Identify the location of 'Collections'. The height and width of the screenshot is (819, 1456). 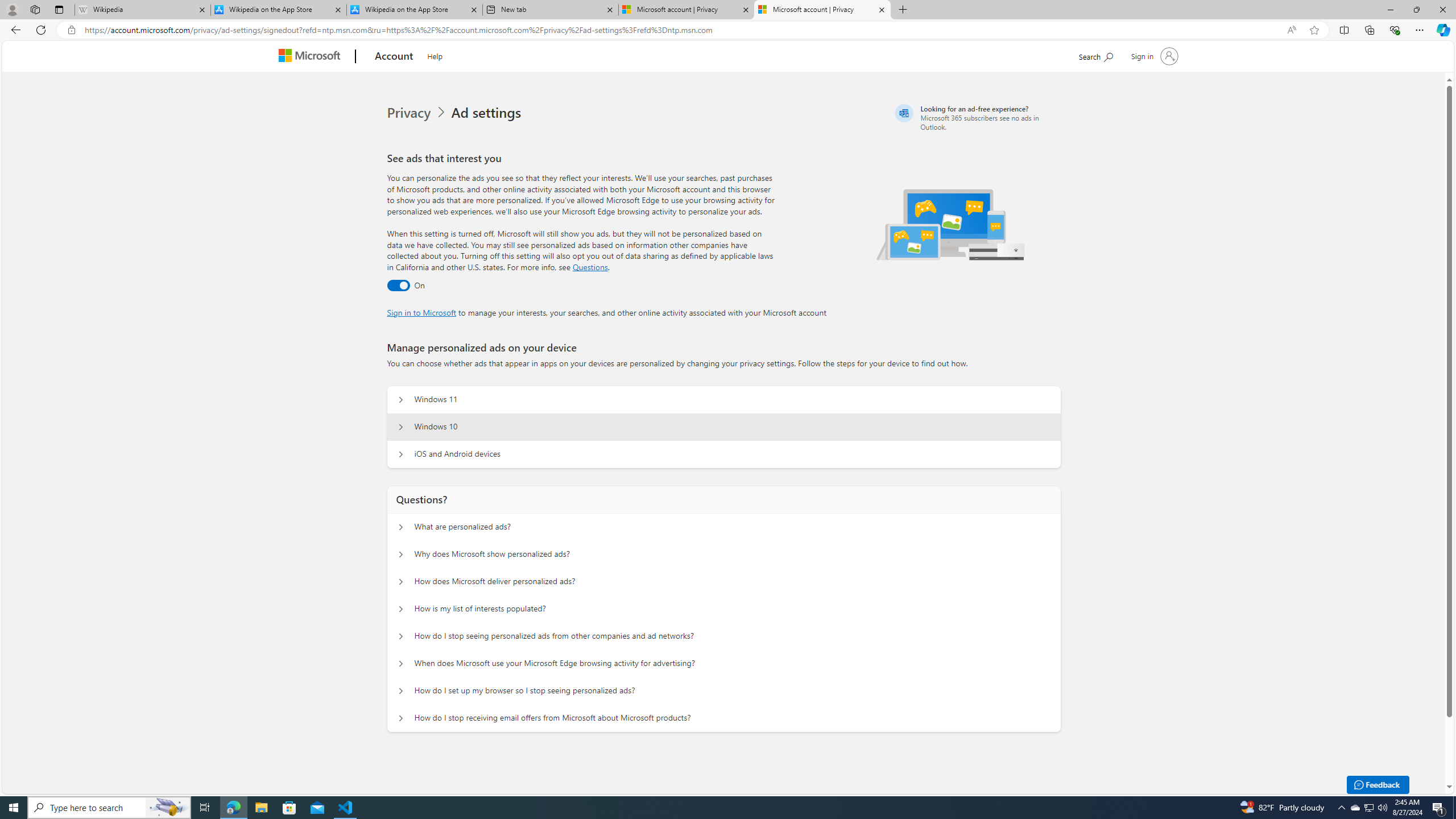
(1368, 29).